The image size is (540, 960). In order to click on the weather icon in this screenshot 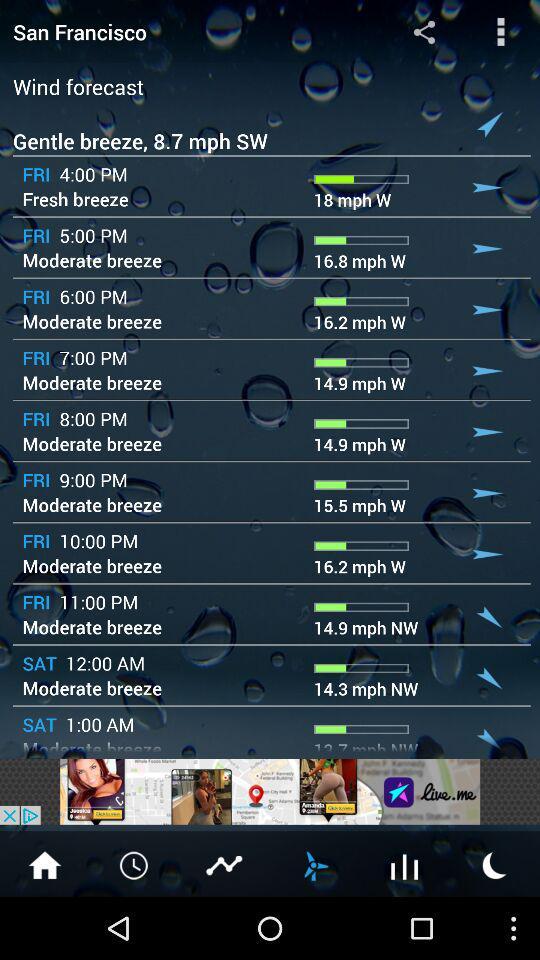, I will do `click(314, 925)`.